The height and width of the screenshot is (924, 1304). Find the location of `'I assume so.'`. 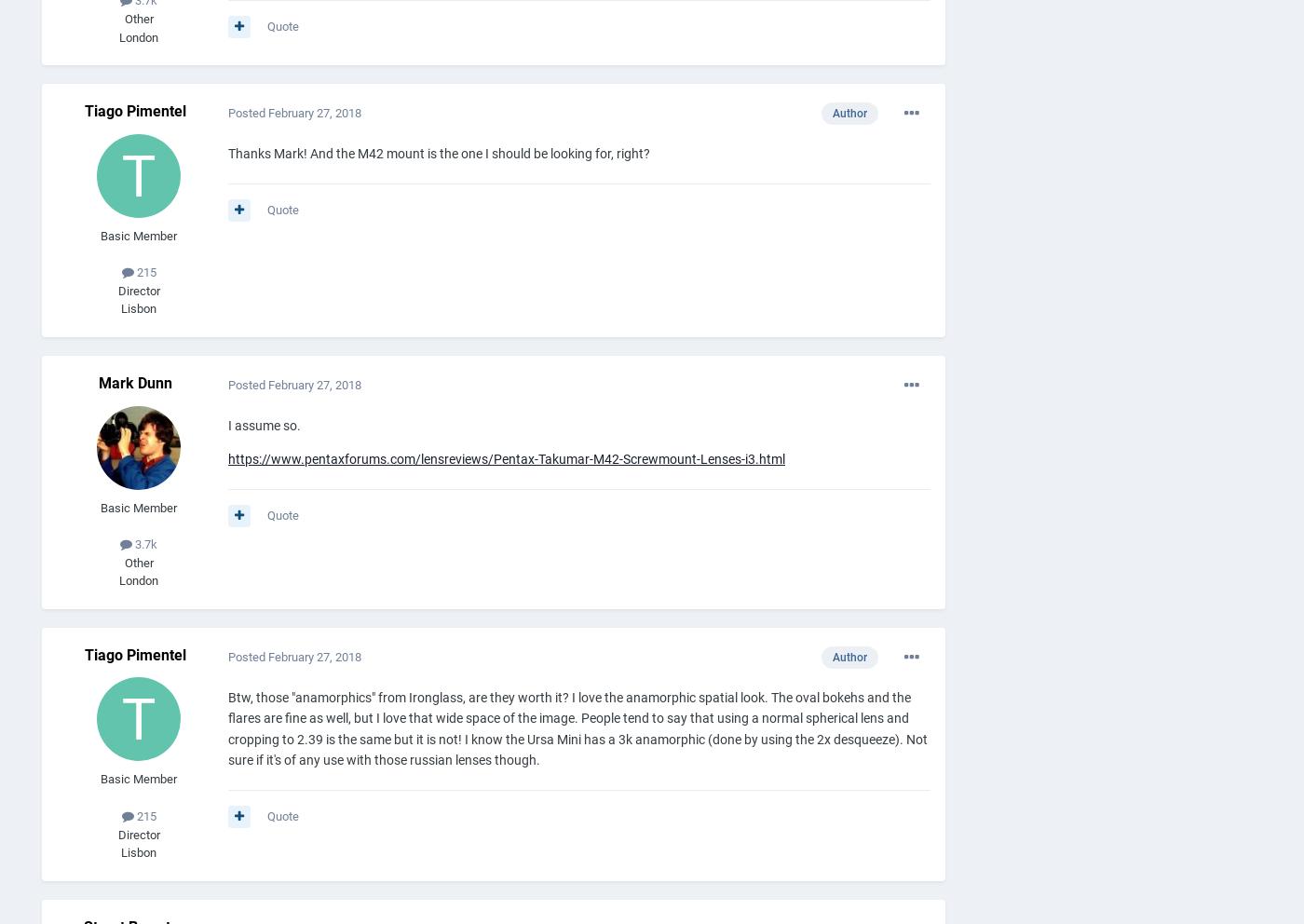

'I assume so.' is located at coordinates (265, 425).